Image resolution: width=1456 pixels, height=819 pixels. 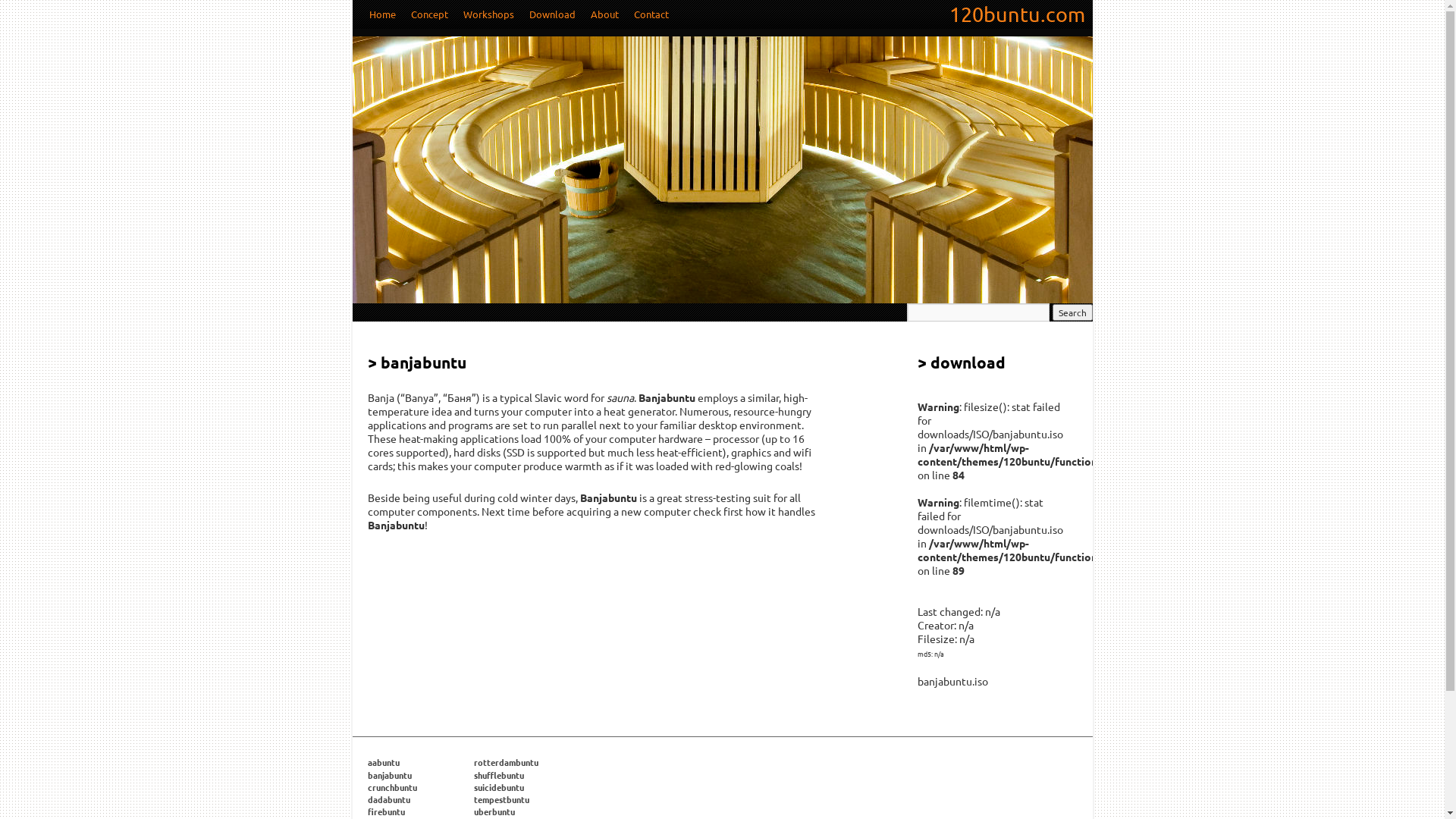 I want to click on 'uberbuntu', so click(x=494, y=810).